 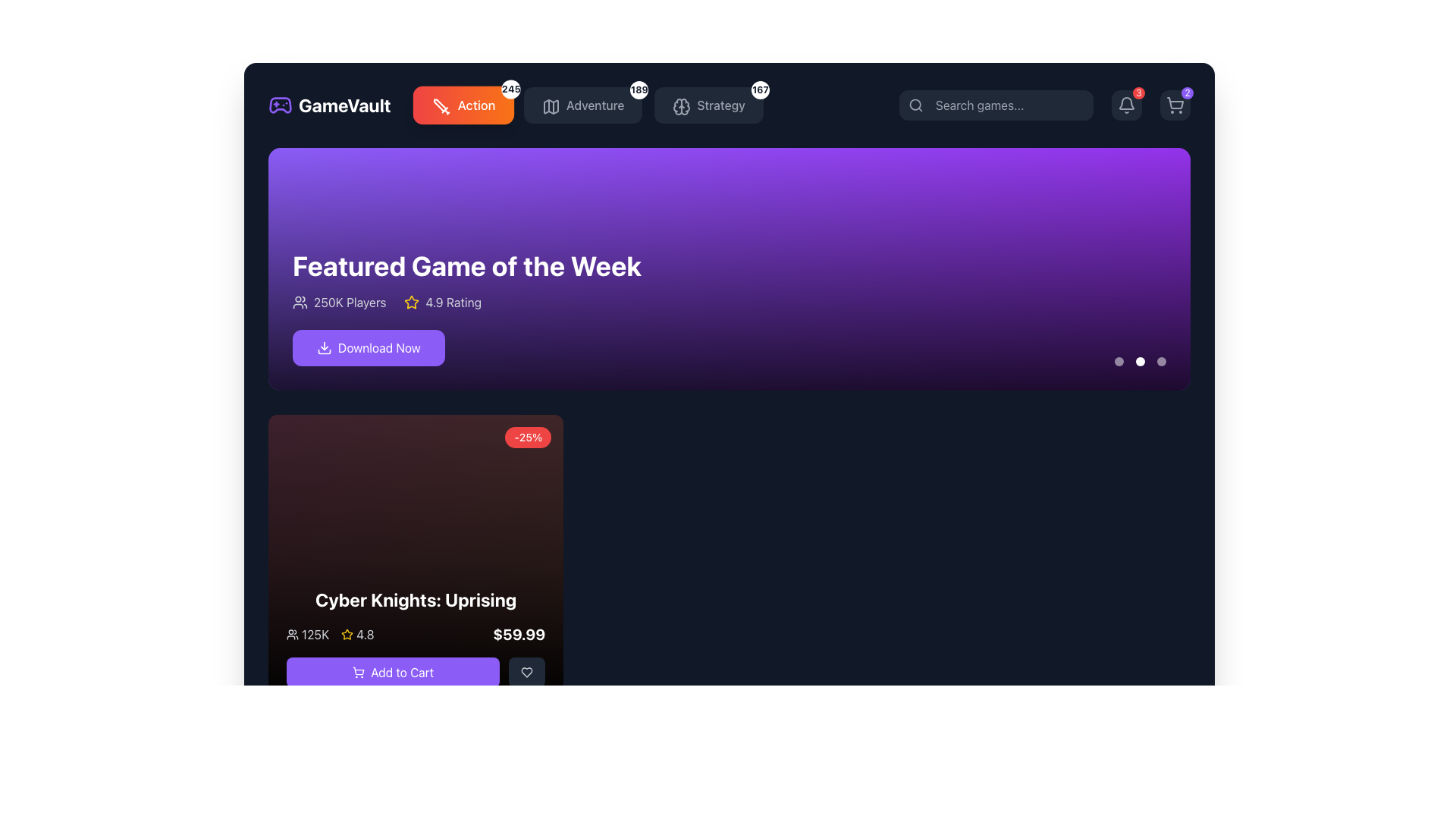 What do you see at coordinates (402, 672) in the screenshot?
I see `the 'Add to Cart' text label on the violet button to change its style` at bounding box center [402, 672].